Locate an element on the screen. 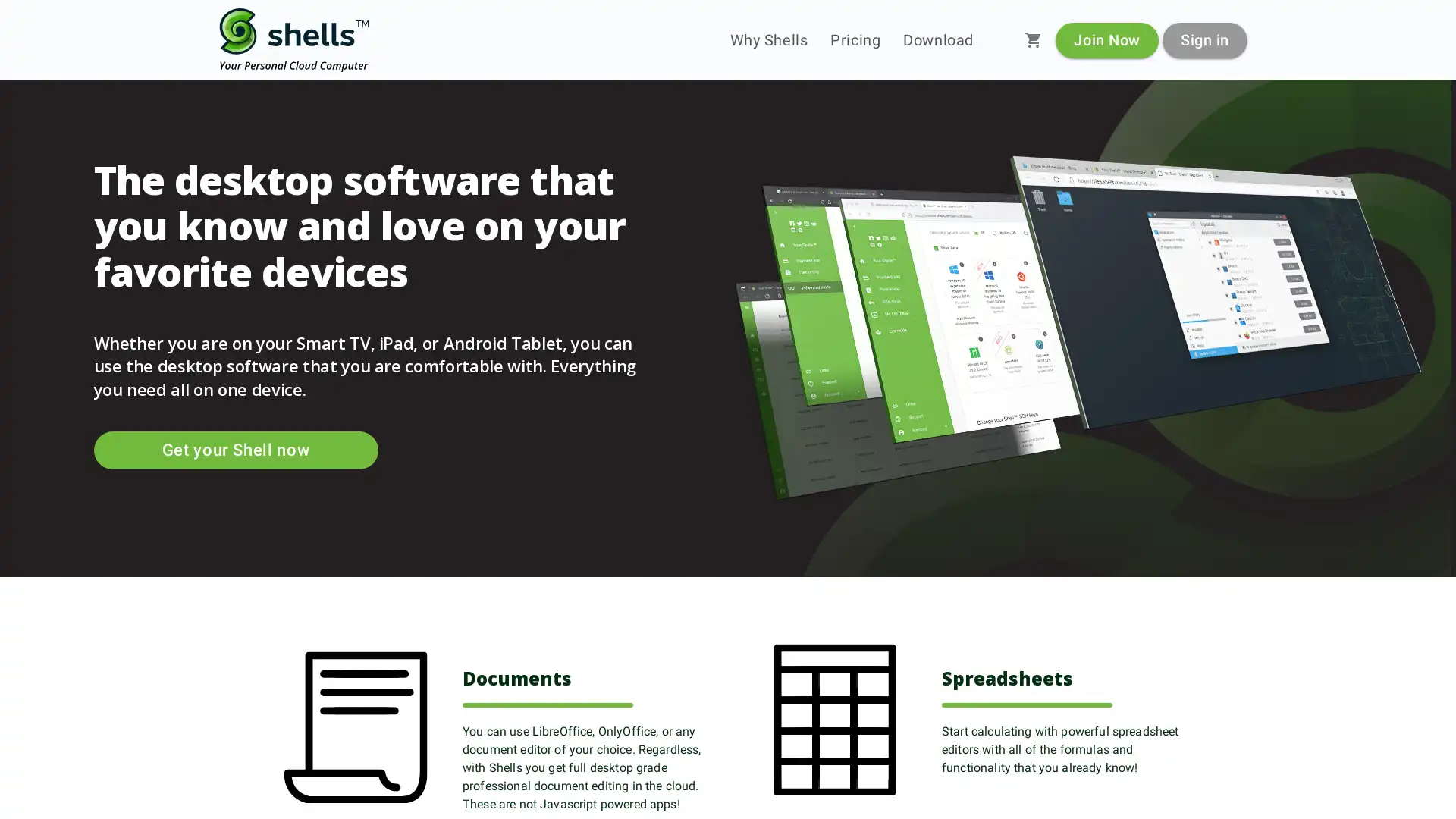  Shells Logo is located at coordinates (294, 39).